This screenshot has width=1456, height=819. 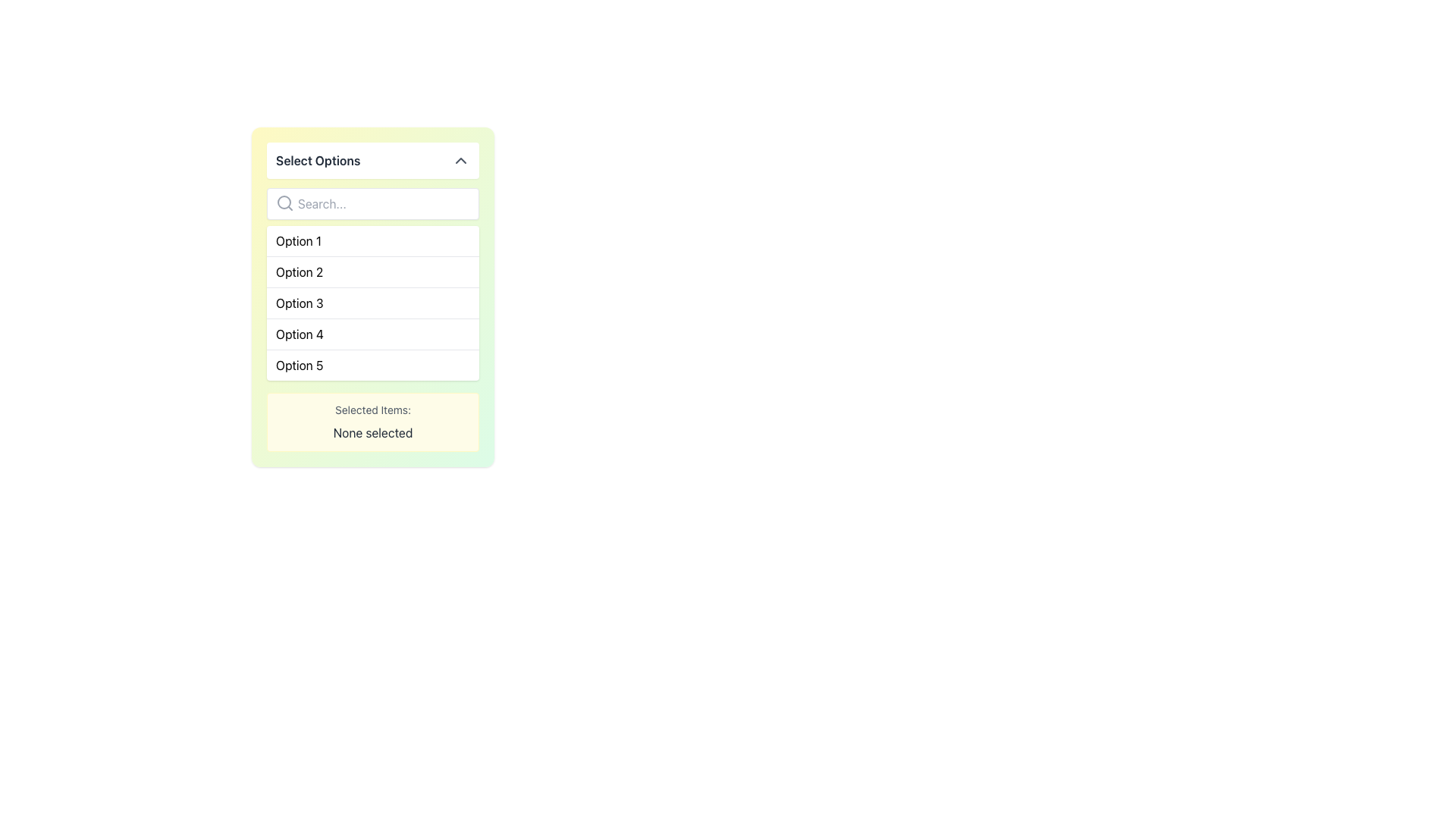 What do you see at coordinates (300, 303) in the screenshot?
I see `the text label displaying 'Option 3'` at bounding box center [300, 303].